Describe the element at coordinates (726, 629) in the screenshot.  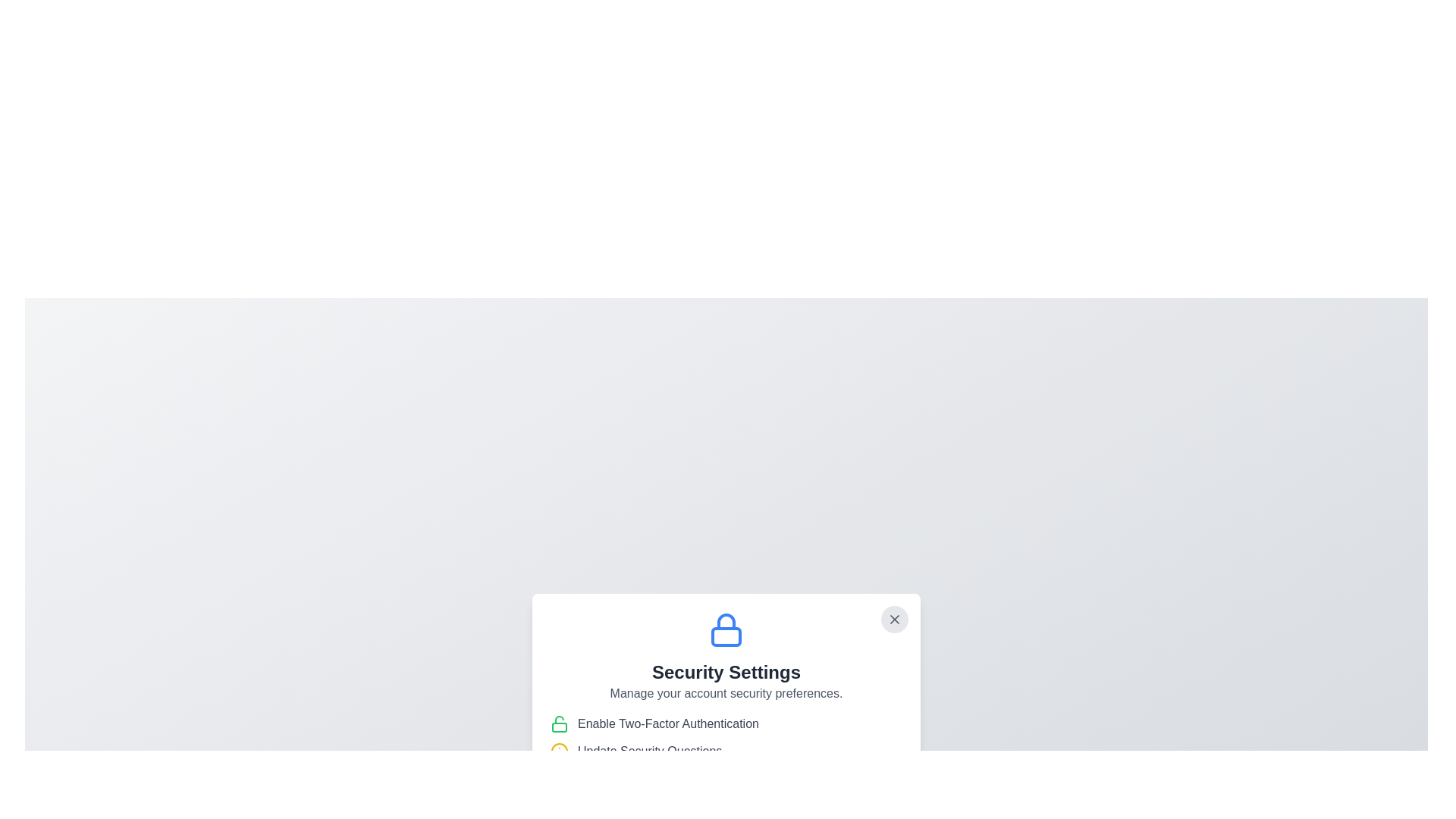
I see `the blue lock-shaped icon with a hollow design located at the top center of the modal dialog above the 'Security Settings' text` at that location.